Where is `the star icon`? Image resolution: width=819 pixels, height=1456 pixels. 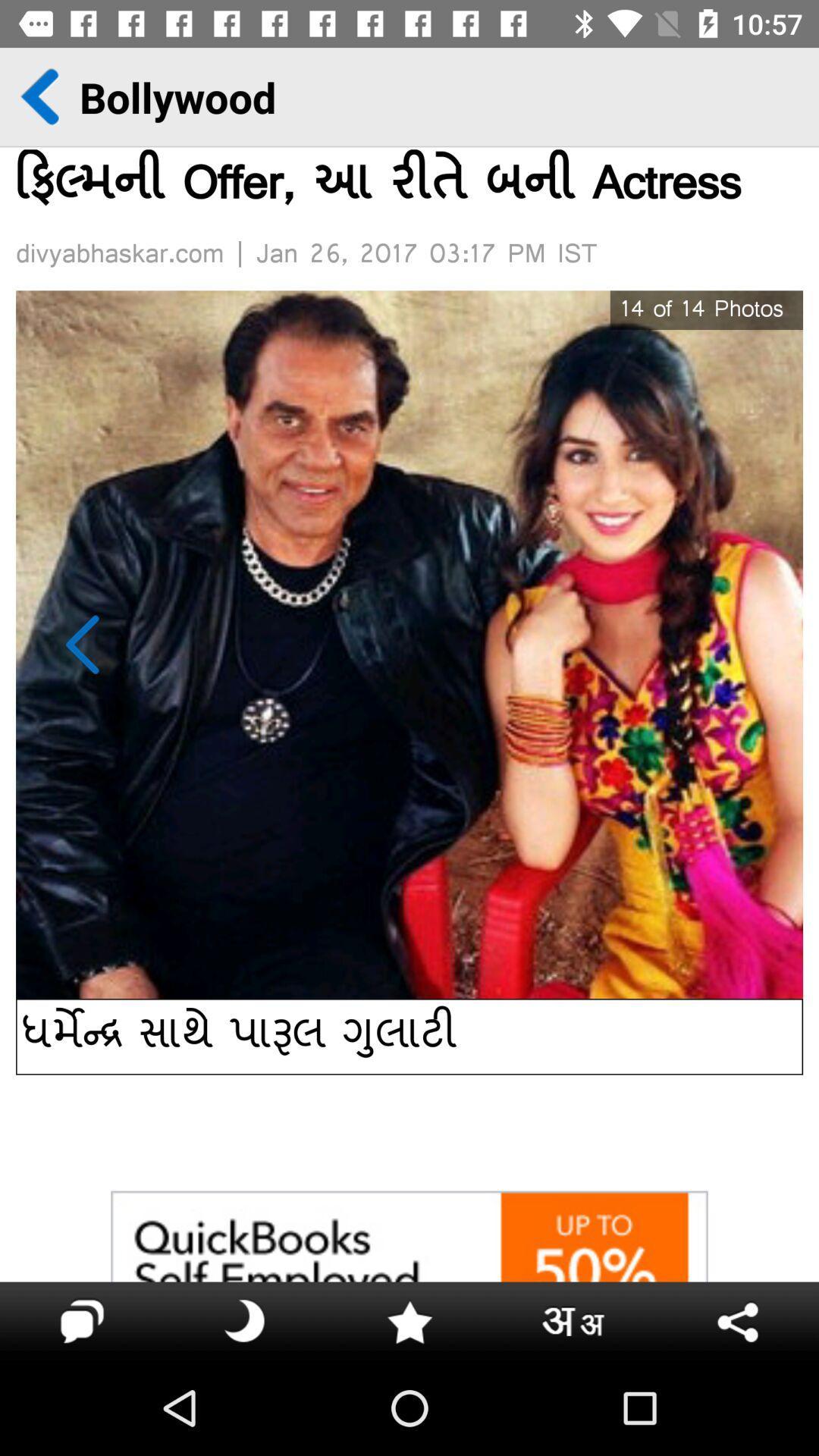
the star icon is located at coordinates (409, 1319).